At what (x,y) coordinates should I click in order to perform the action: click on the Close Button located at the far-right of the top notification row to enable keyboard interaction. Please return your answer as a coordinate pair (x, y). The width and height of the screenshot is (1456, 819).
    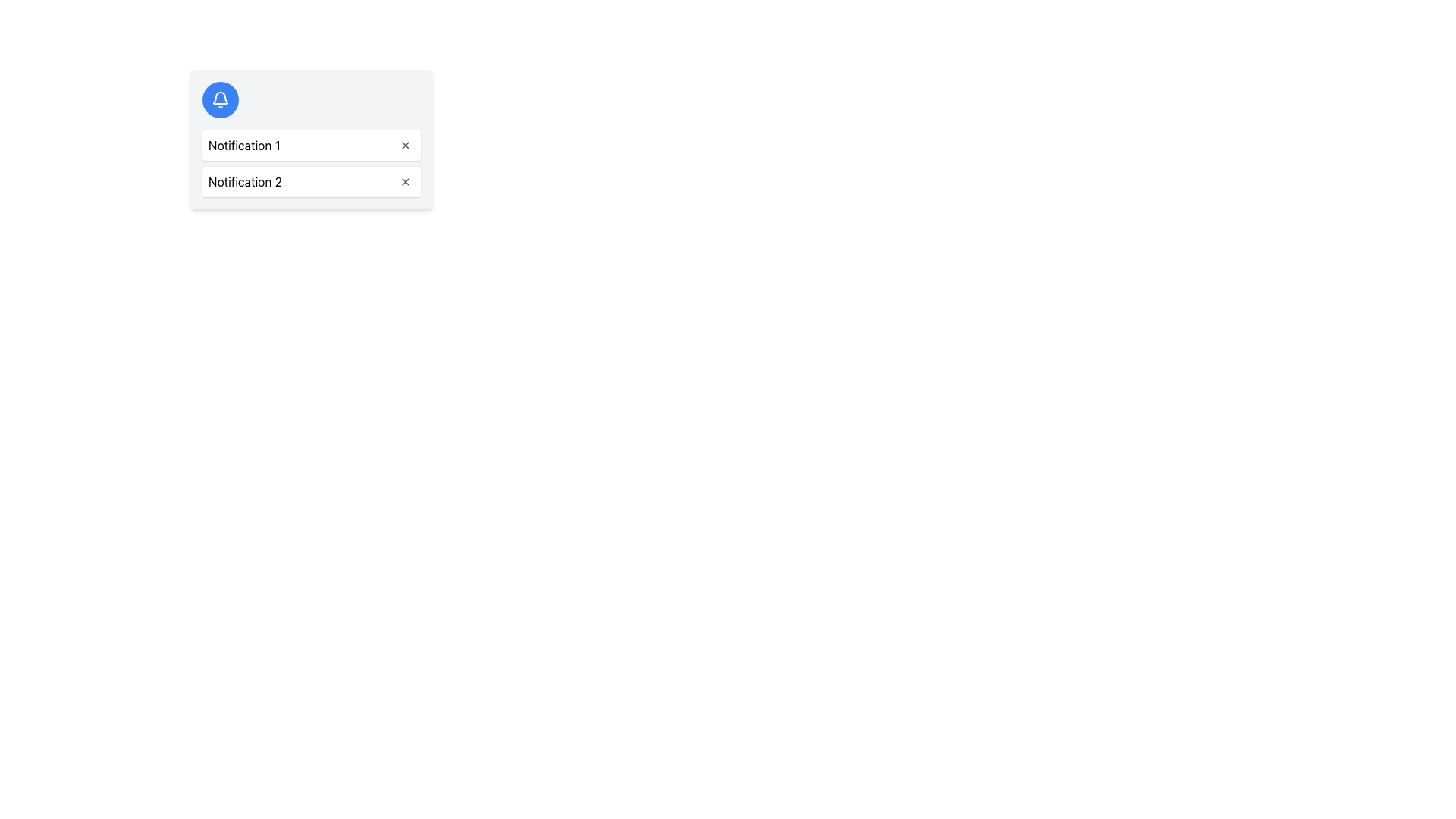
    Looking at the image, I should click on (405, 146).